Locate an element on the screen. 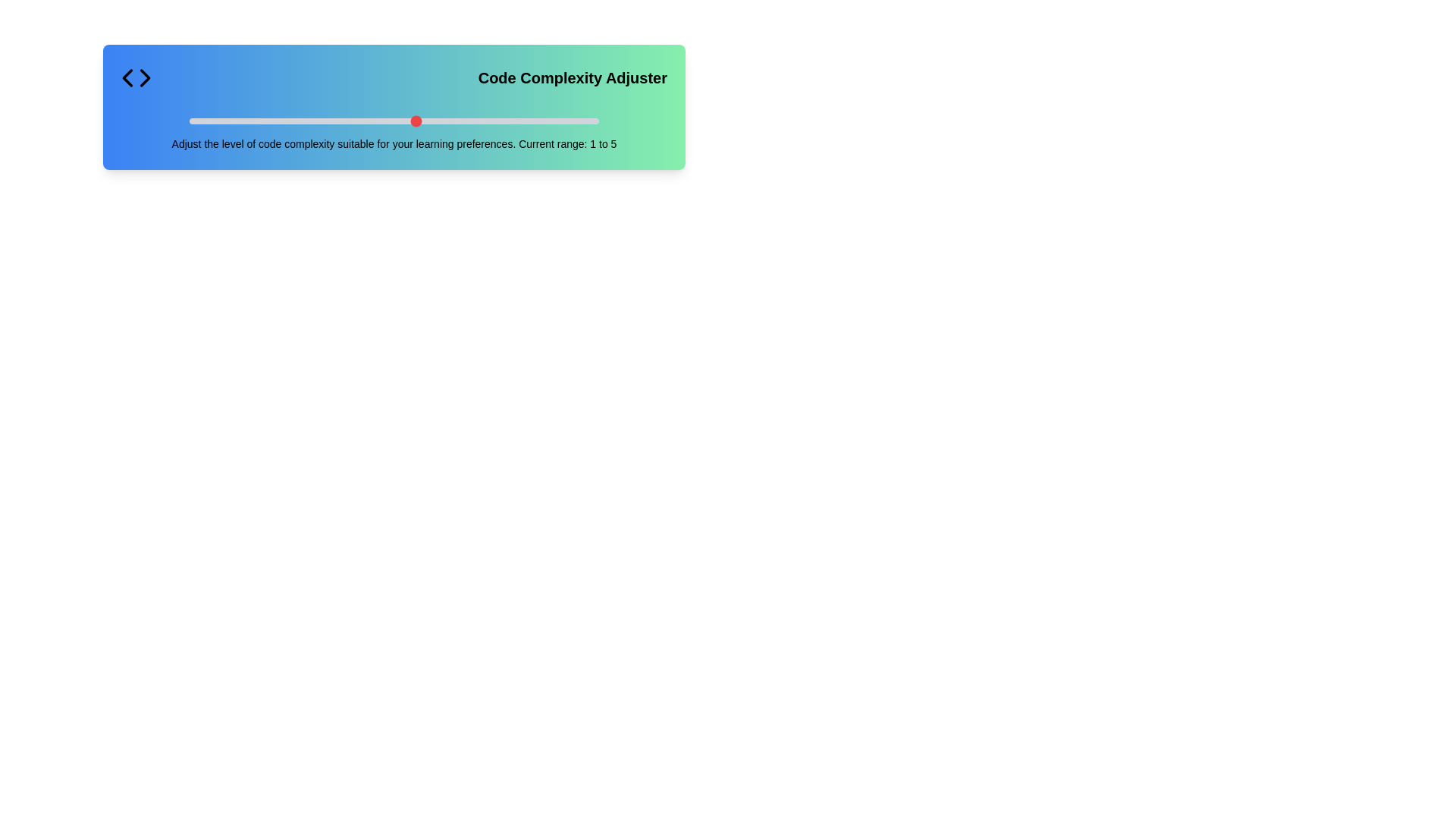  the slider to set the code complexity to 6 is located at coordinates (417, 120).